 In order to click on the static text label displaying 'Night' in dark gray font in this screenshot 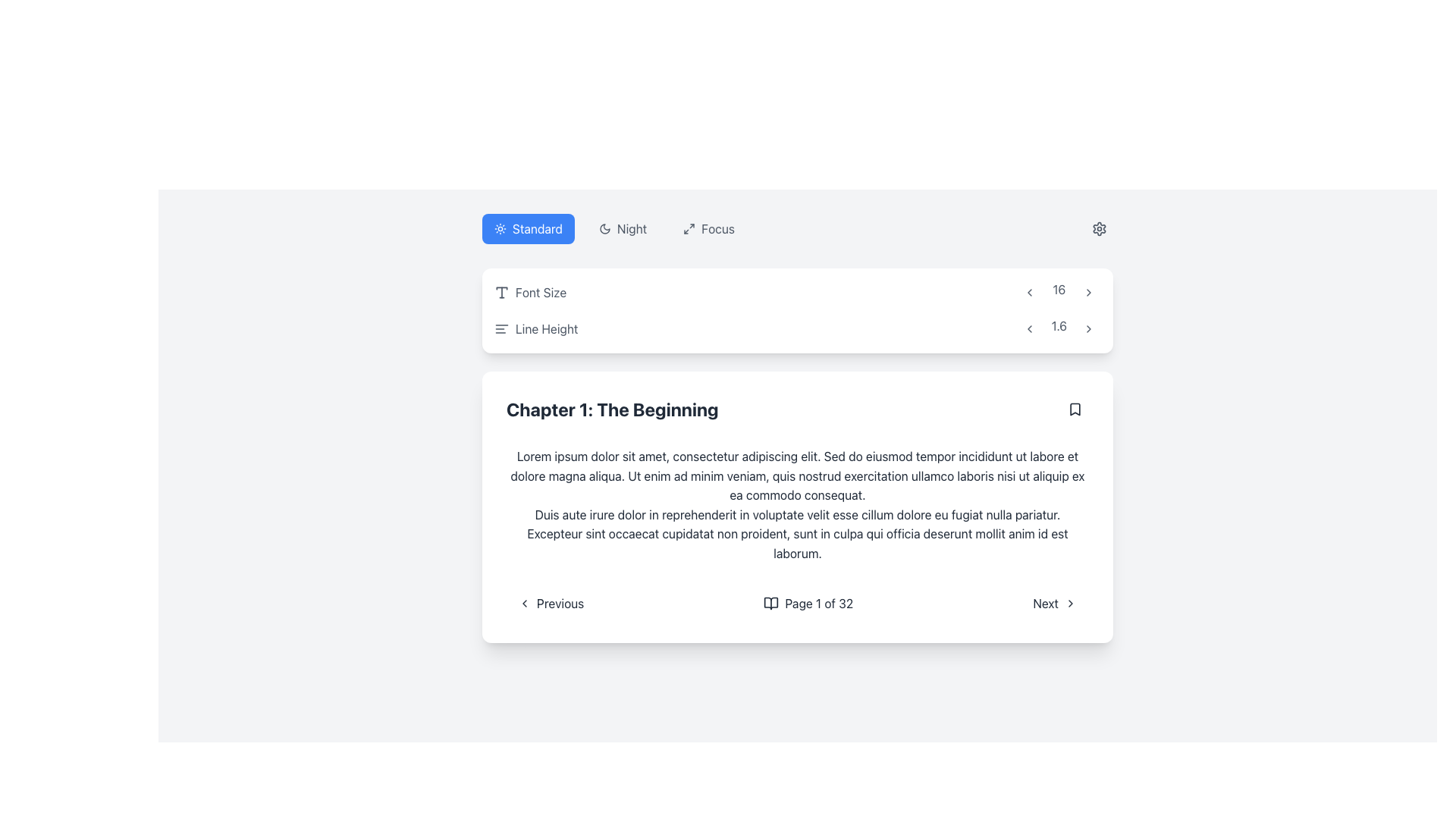, I will do `click(632, 228)`.